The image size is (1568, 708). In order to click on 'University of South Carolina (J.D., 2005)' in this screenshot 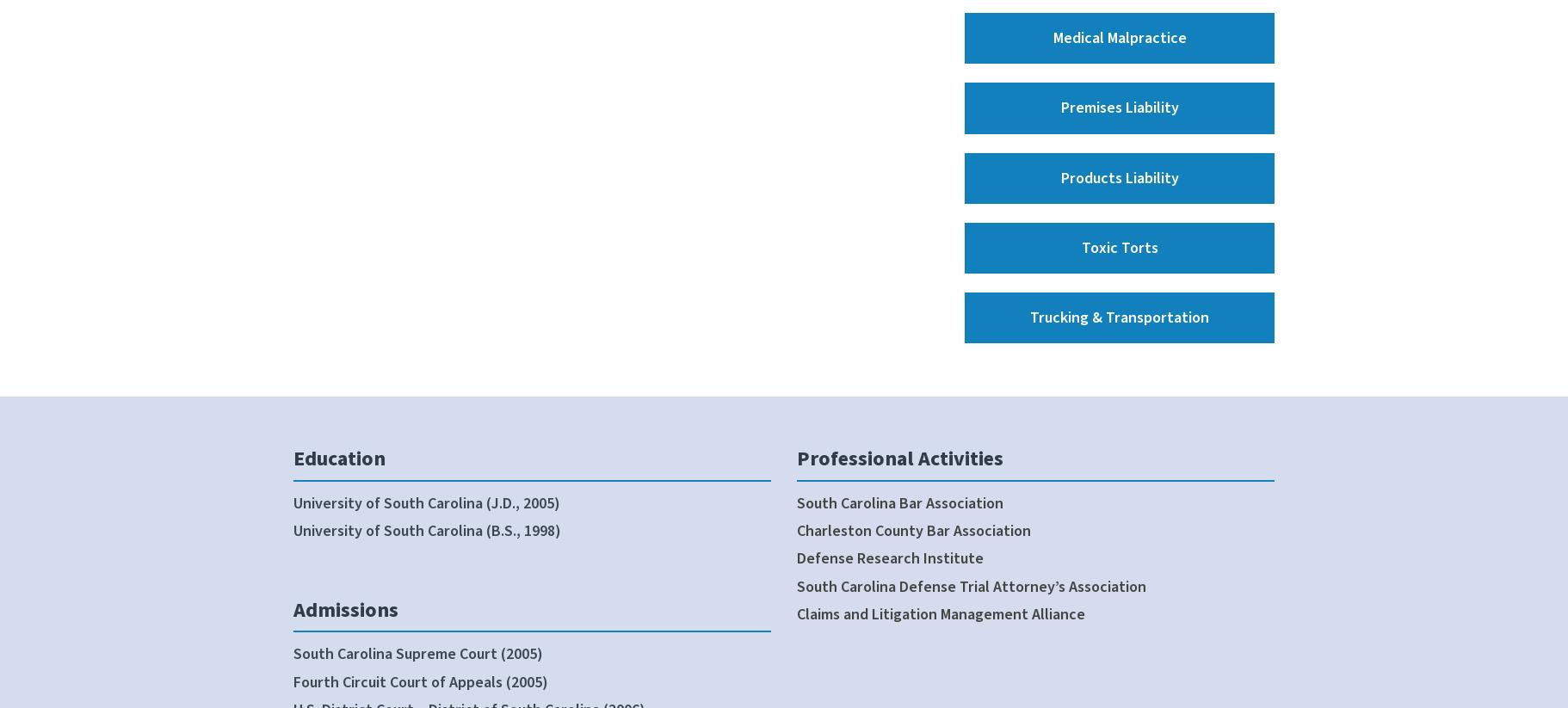, I will do `click(426, 502)`.